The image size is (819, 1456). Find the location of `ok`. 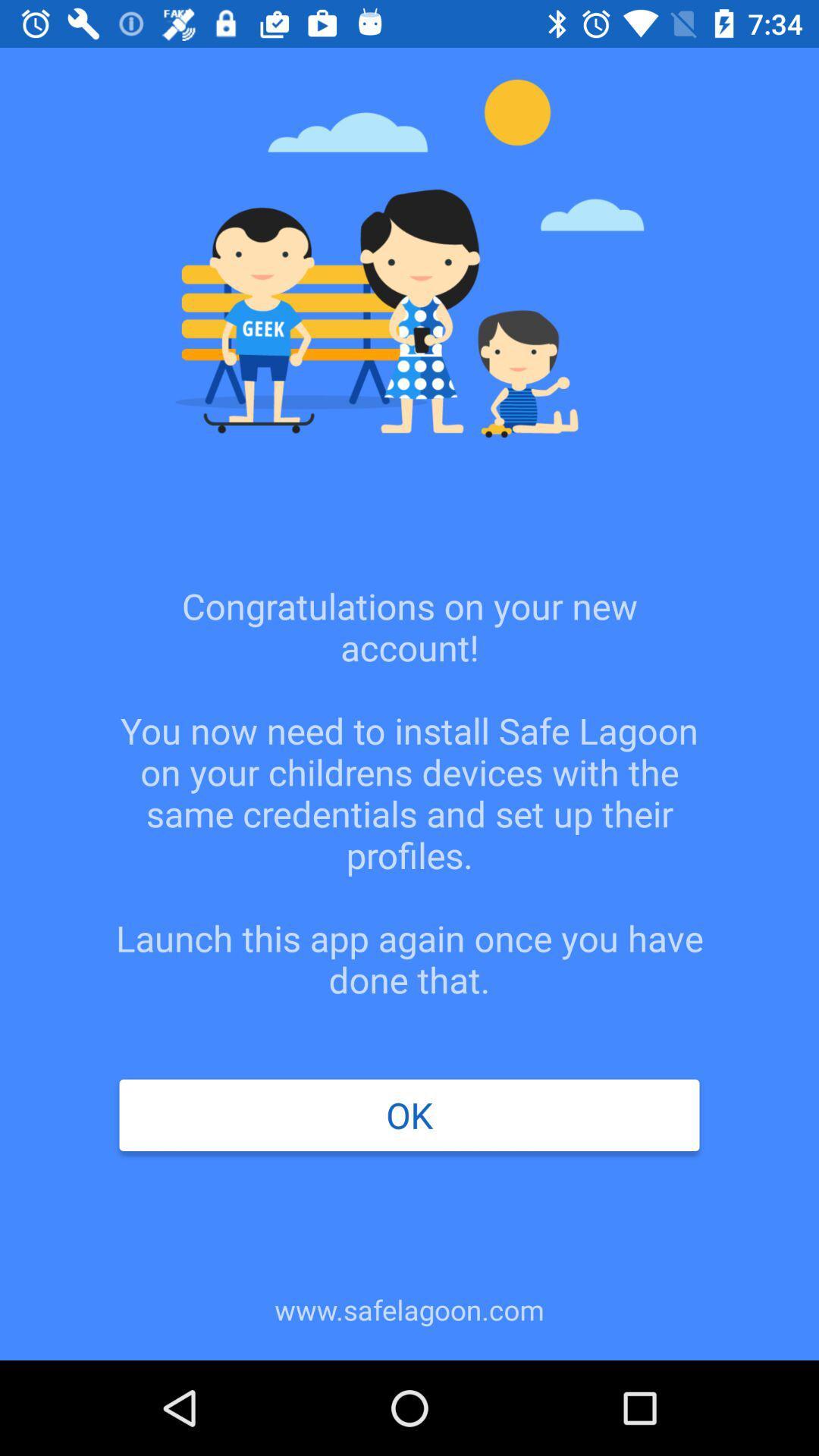

ok is located at coordinates (409, 1115).